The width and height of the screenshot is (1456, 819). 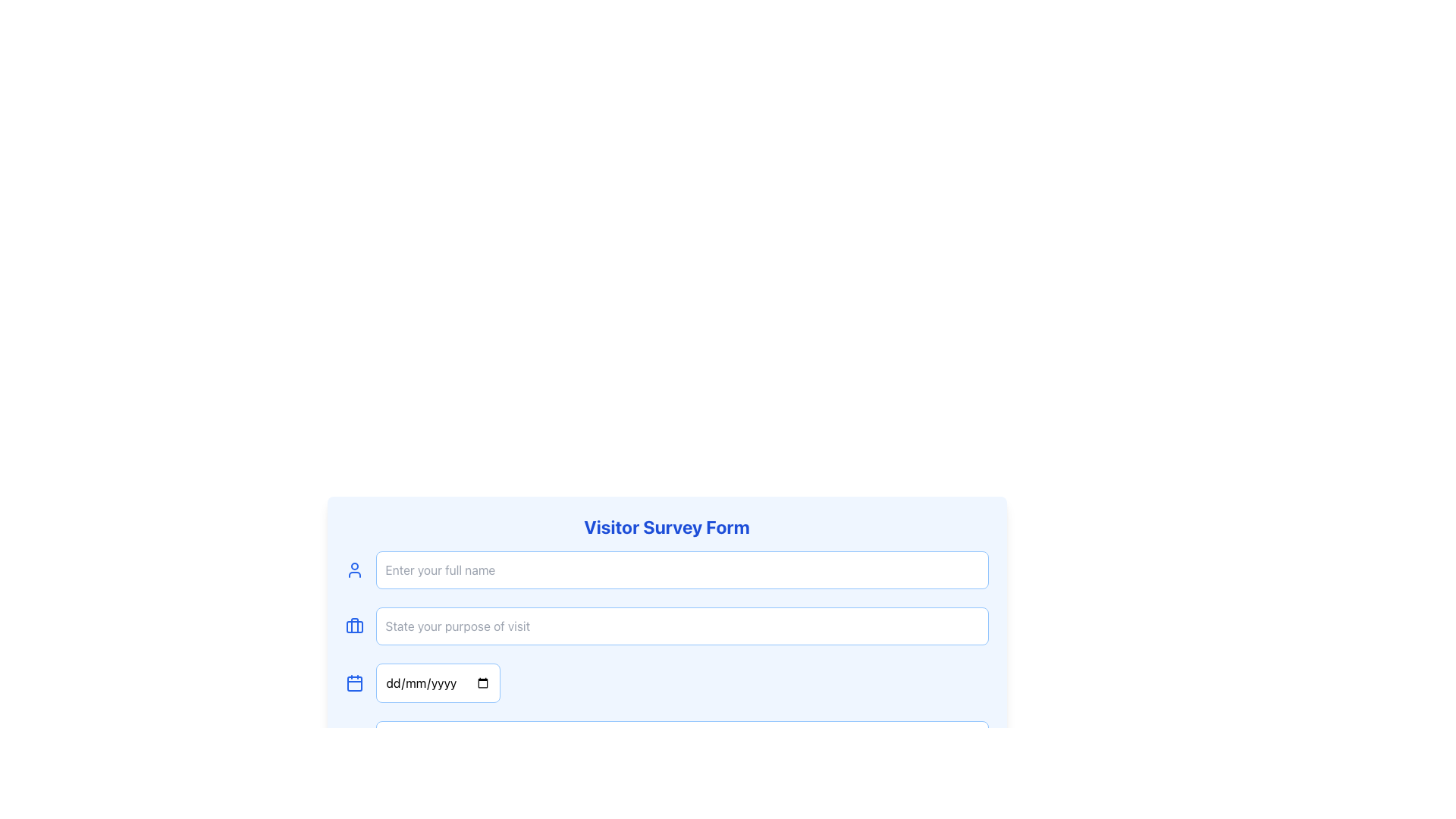 I want to click on the text input field in the 'Visitor Survey Form' by clicking on it. This input field is bordered with a light blue outline and contains placeholder text saying 'State your purpose of visit', so click(x=681, y=626).